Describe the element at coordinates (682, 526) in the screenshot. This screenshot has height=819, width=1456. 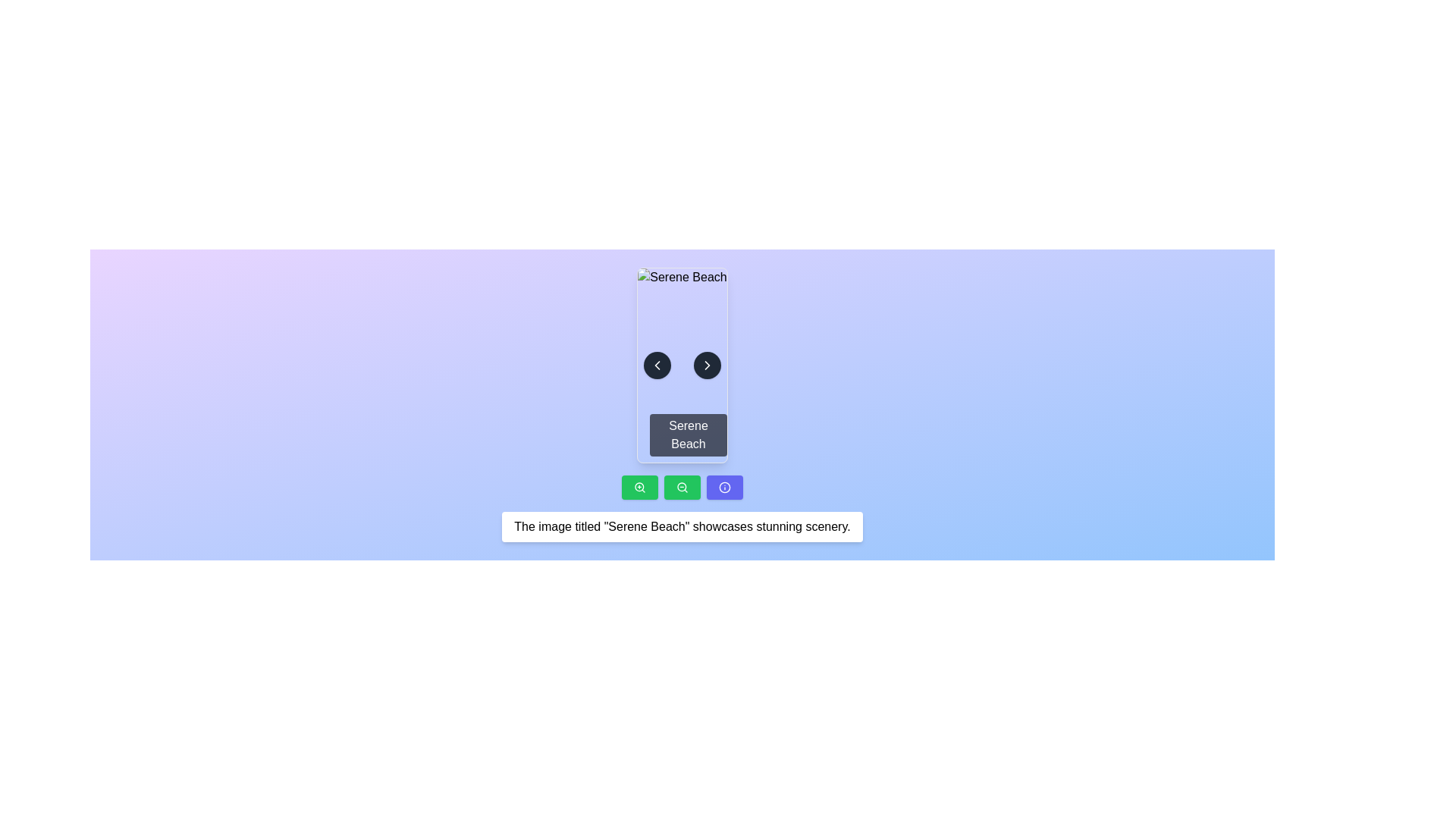
I see `the Text Label that provides a contextual explanation for the image titled 'Serene Beach', located at the bottom area of the layout, centered horizontally` at that location.